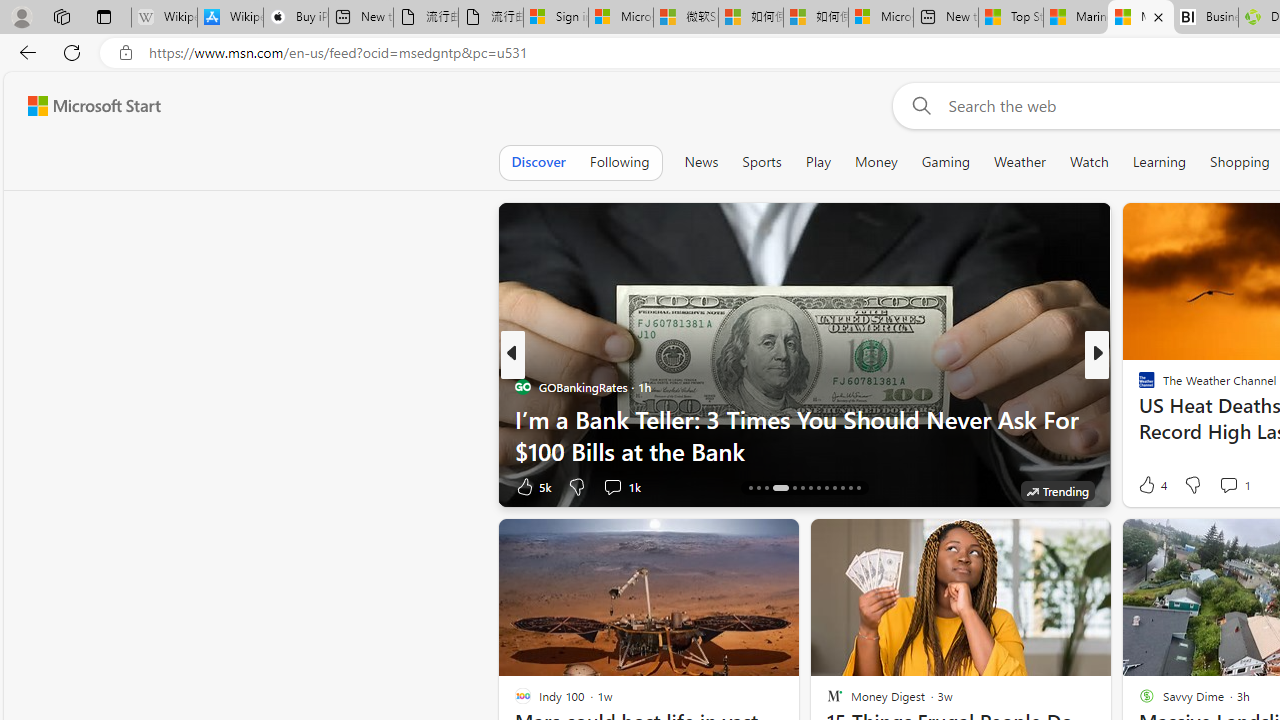 Image resolution: width=1280 pixels, height=720 pixels. Describe the element at coordinates (833, 488) in the screenshot. I see `'AutomationID: tab-23'` at that location.